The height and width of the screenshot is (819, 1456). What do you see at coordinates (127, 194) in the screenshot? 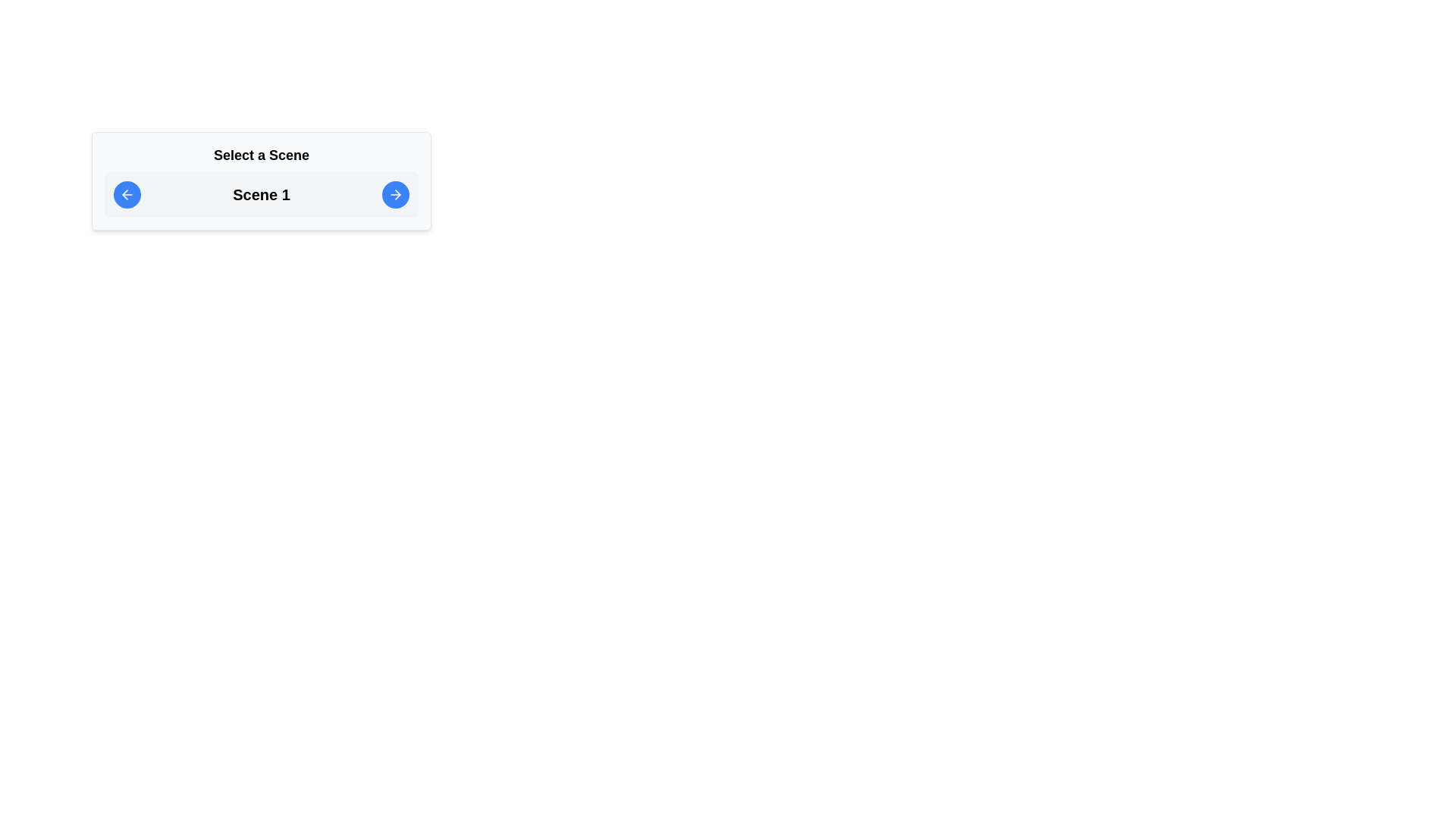
I see `the leftward-pointing arrow icon within the blue circular button` at bounding box center [127, 194].